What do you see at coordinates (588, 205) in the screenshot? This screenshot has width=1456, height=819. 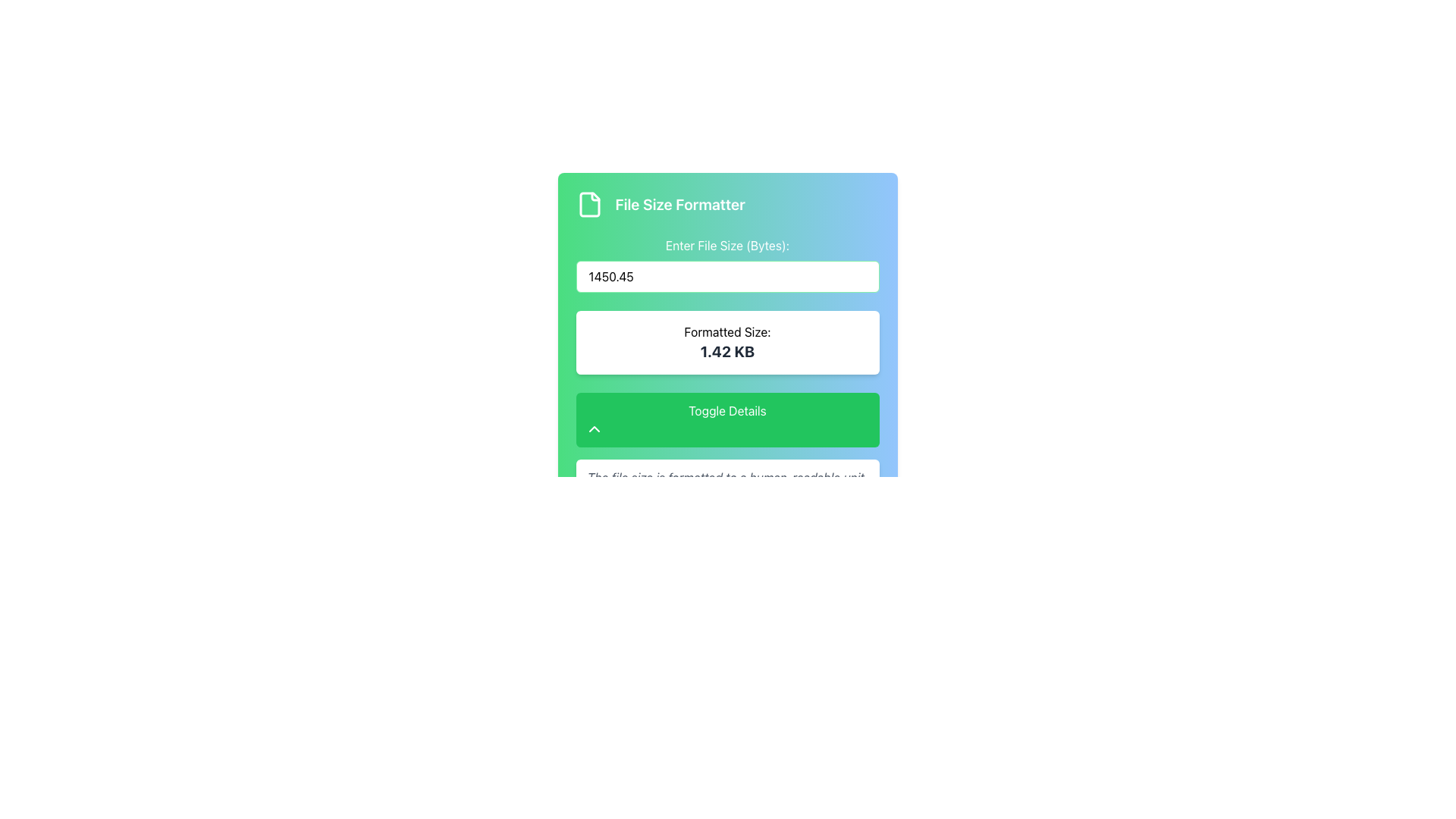 I see `the green file document icon with a folded corner, located near the top-left of the interface next to the 'File Size Formatter' label` at bounding box center [588, 205].